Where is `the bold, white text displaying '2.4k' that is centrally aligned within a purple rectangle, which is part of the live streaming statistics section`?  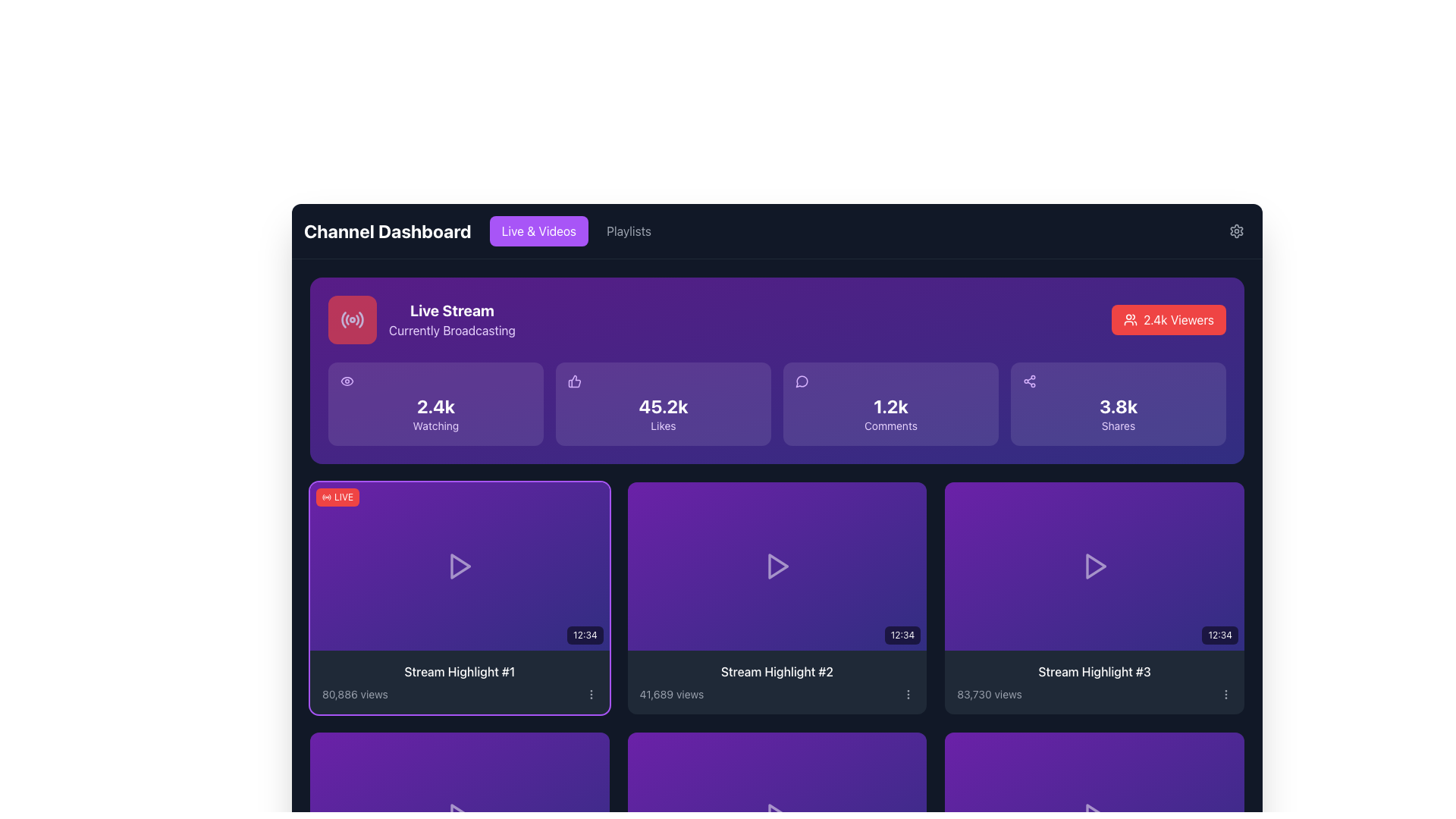 the bold, white text displaying '2.4k' that is centrally aligned within a purple rectangle, which is part of the live streaming statistics section is located at coordinates (435, 406).